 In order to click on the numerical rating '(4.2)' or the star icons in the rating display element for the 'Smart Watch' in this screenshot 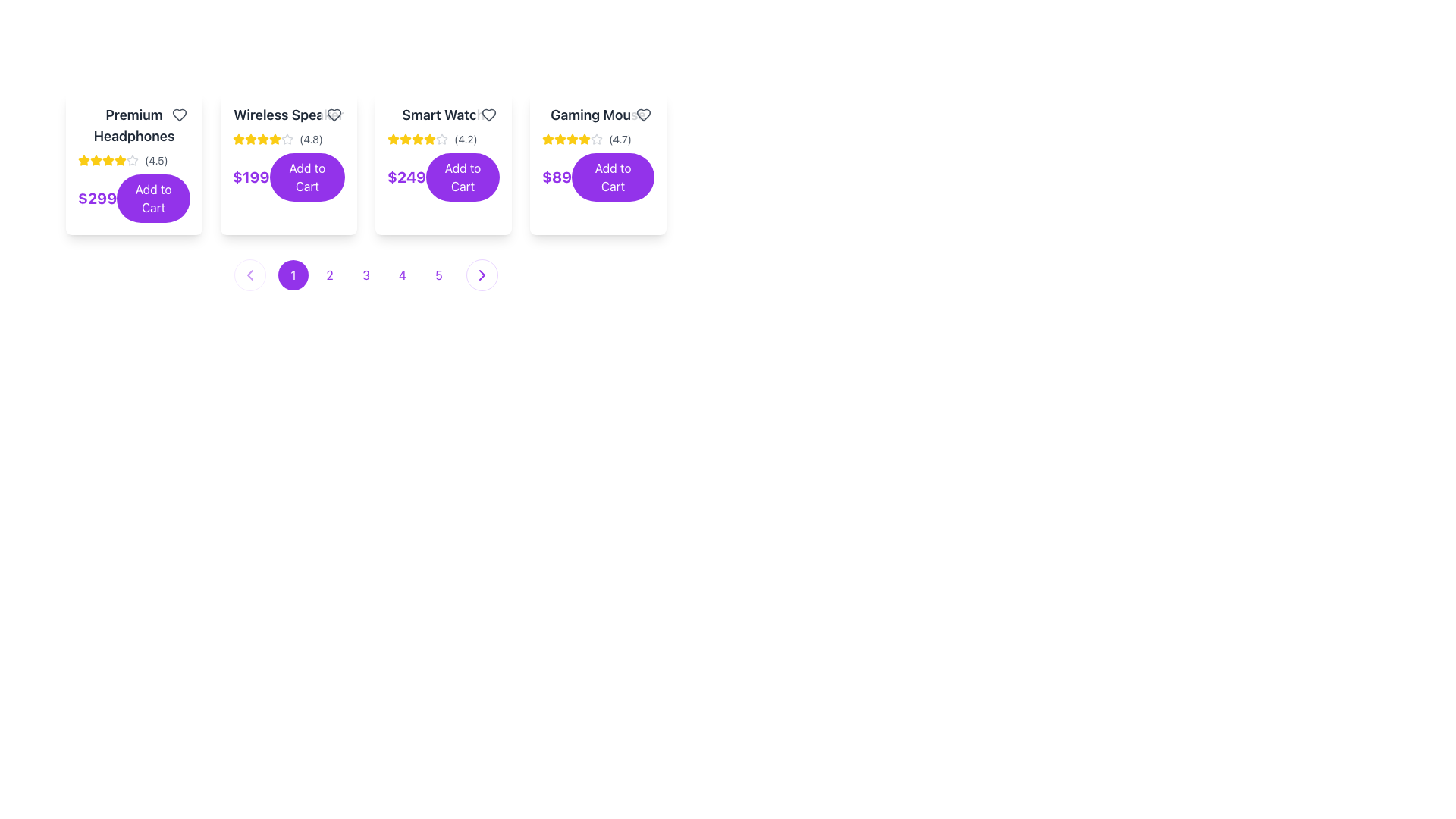, I will do `click(443, 140)`.